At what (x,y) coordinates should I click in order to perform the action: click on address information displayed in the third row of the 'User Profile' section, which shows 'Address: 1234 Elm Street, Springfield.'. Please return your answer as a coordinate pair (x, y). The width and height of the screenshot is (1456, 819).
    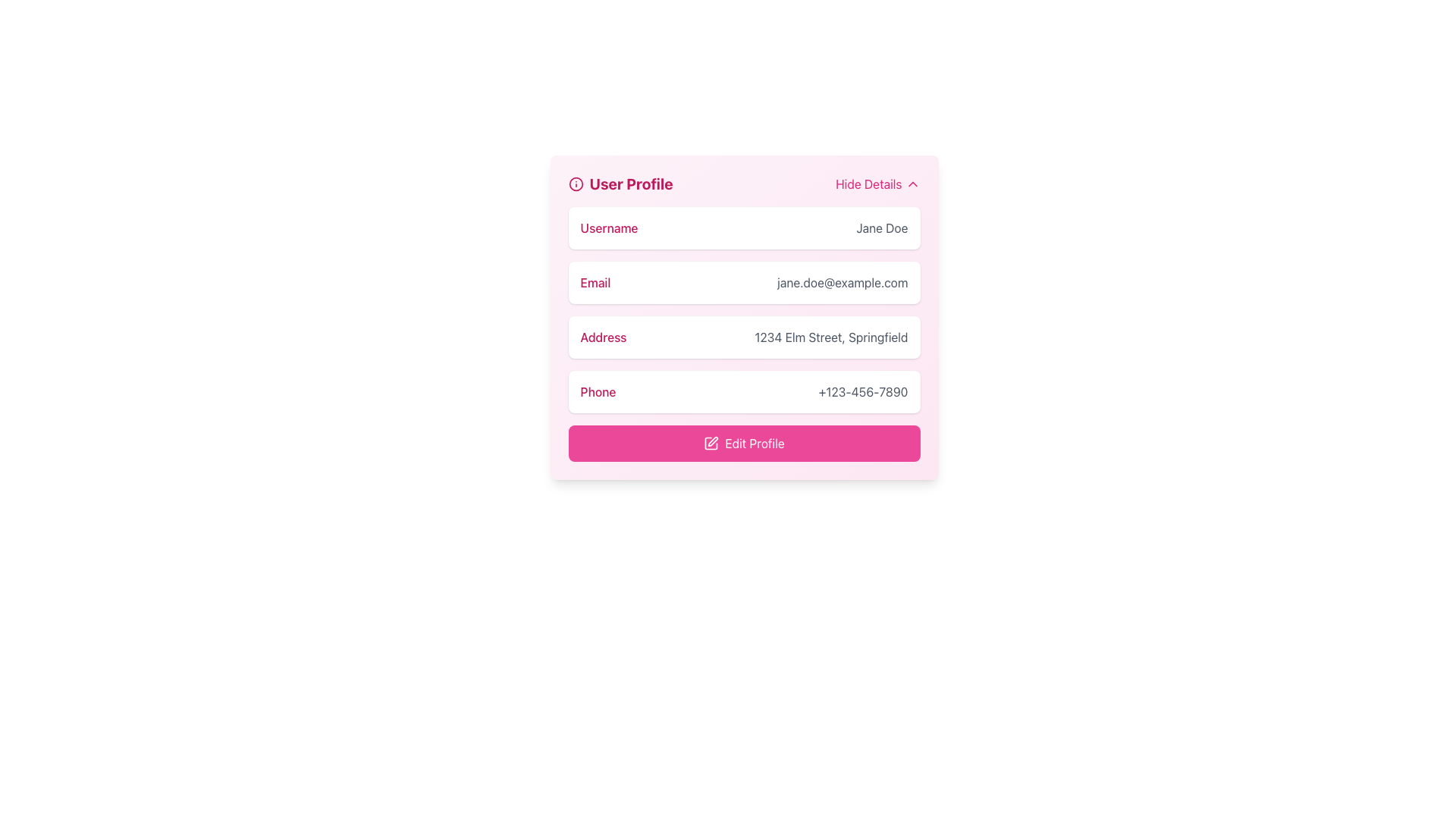
    Looking at the image, I should click on (744, 333).